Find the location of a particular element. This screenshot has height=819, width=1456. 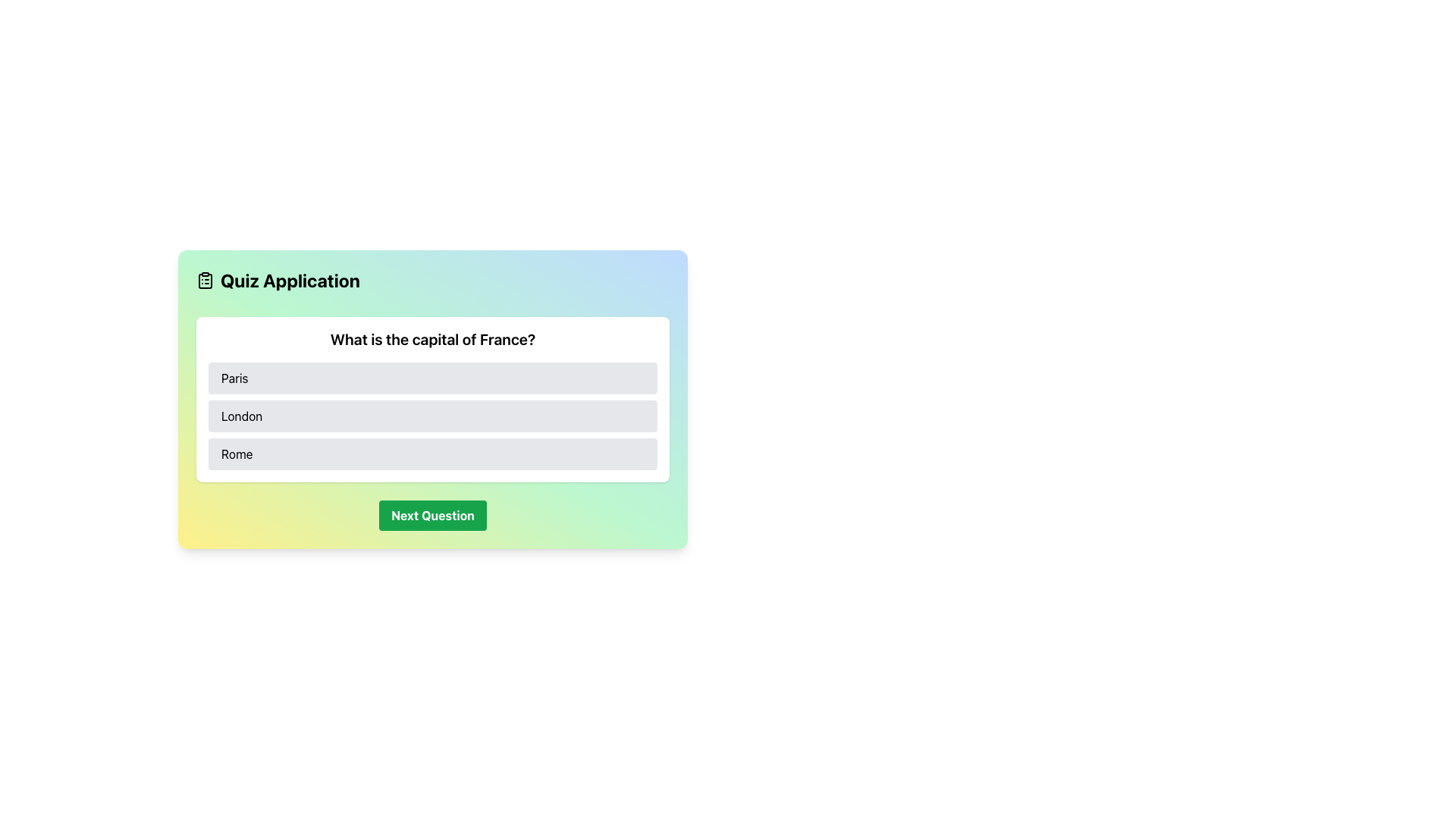

the button labeled 'London' with a gray background and rounded corners, located below the question 'What is the capital of France?' to change its background color is located at coordinates (432, 416).